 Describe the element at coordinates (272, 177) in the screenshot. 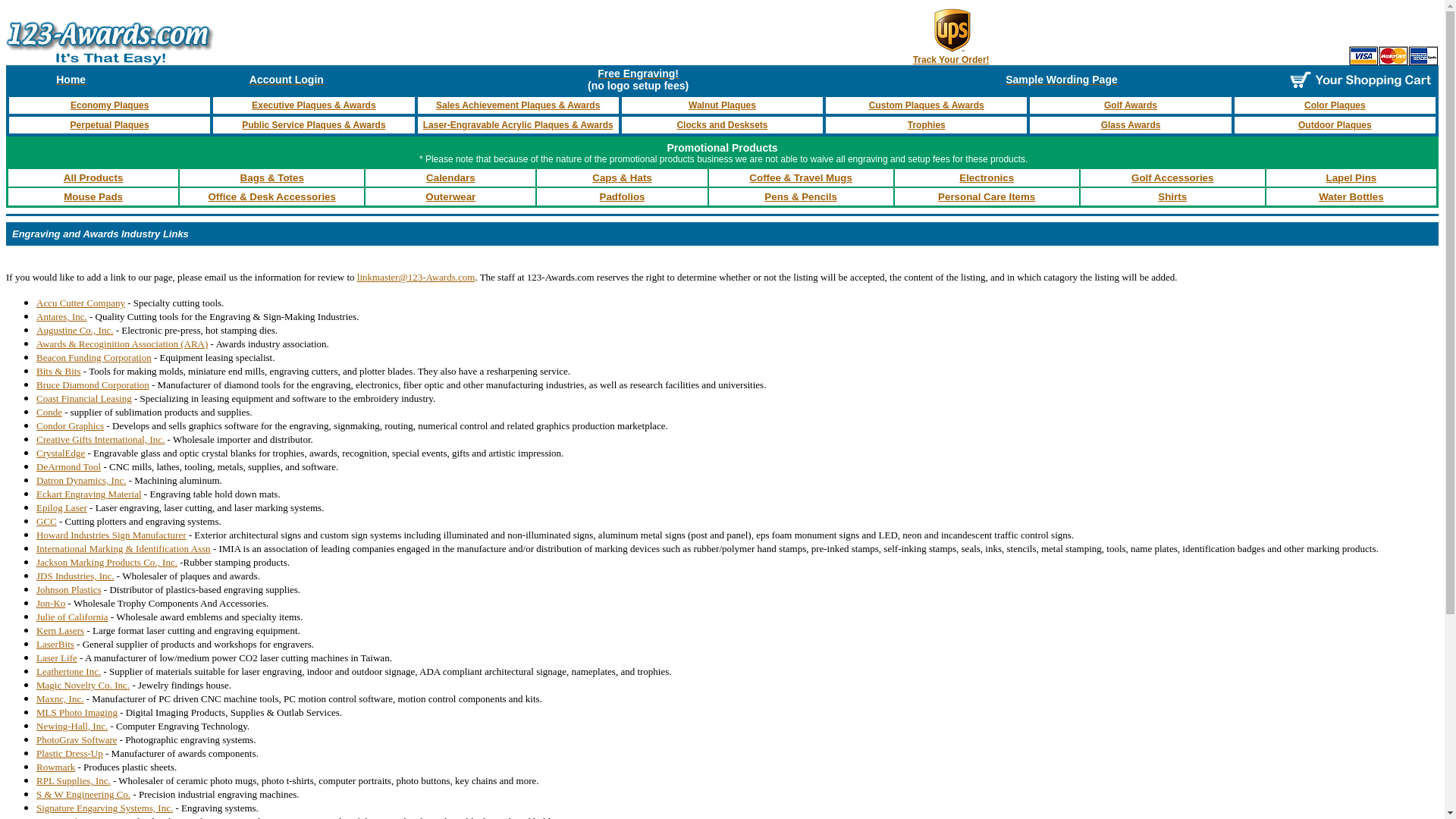

I see `'Bags & Totes'` at that location.